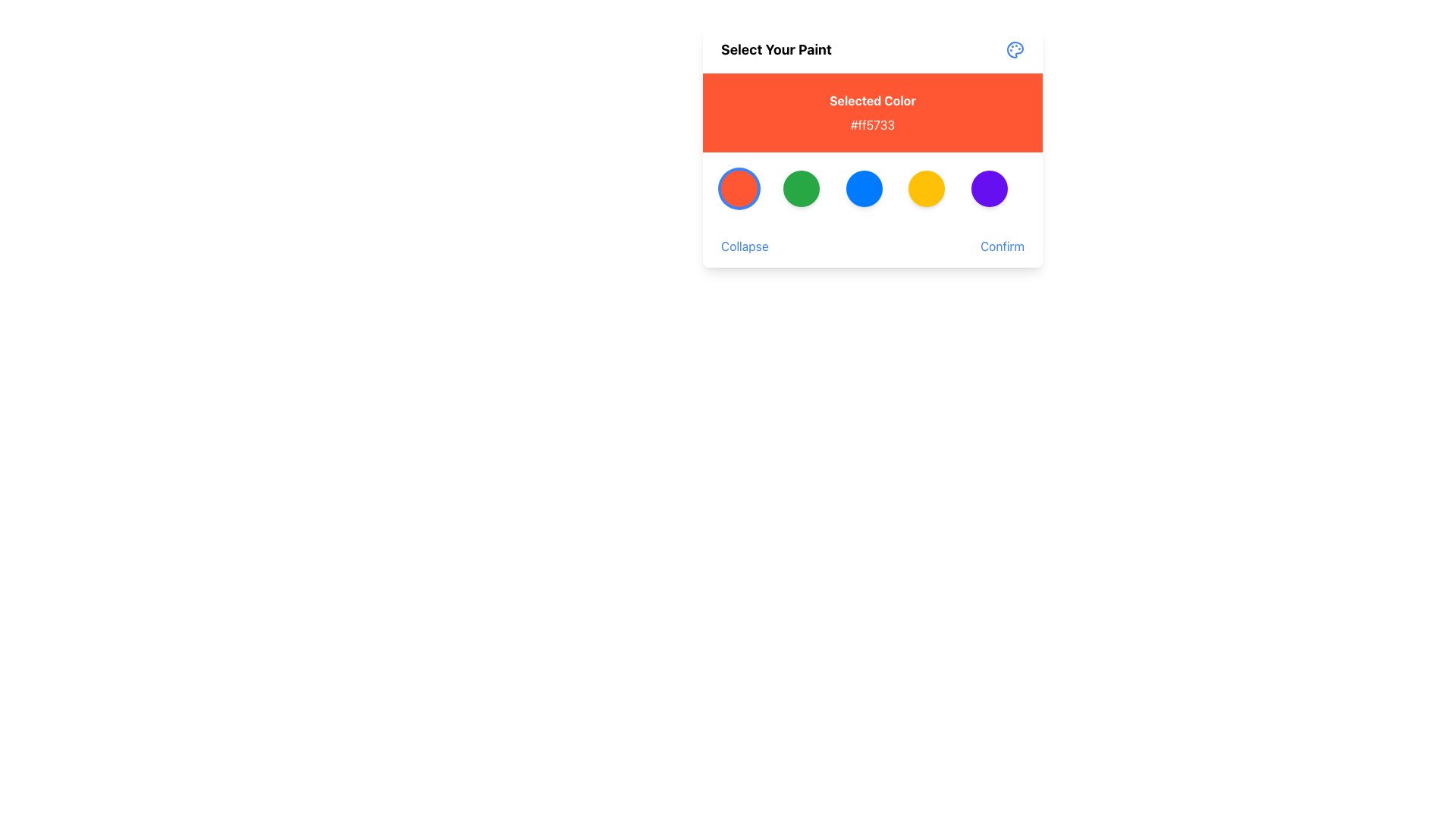 The width and height of the screenshot is (1456, 819). I want to click on the circle in the 'Select Your Paint' section, so click(873, 188).